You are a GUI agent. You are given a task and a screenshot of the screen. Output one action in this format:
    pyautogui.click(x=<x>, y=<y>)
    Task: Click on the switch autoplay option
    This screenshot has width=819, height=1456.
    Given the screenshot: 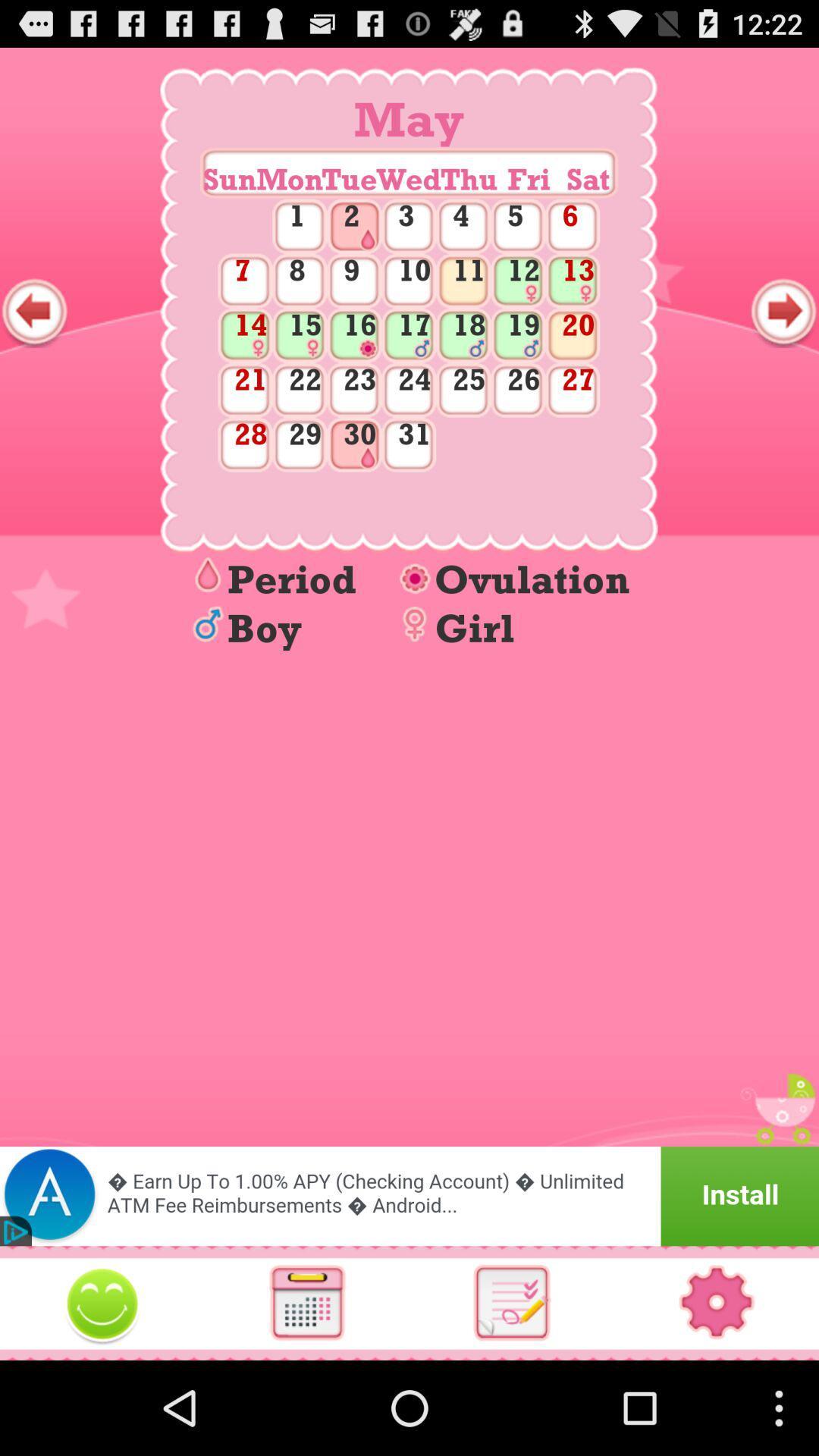 What is the action you would take?
    pyautogui.click(x=512, y=1302)
    